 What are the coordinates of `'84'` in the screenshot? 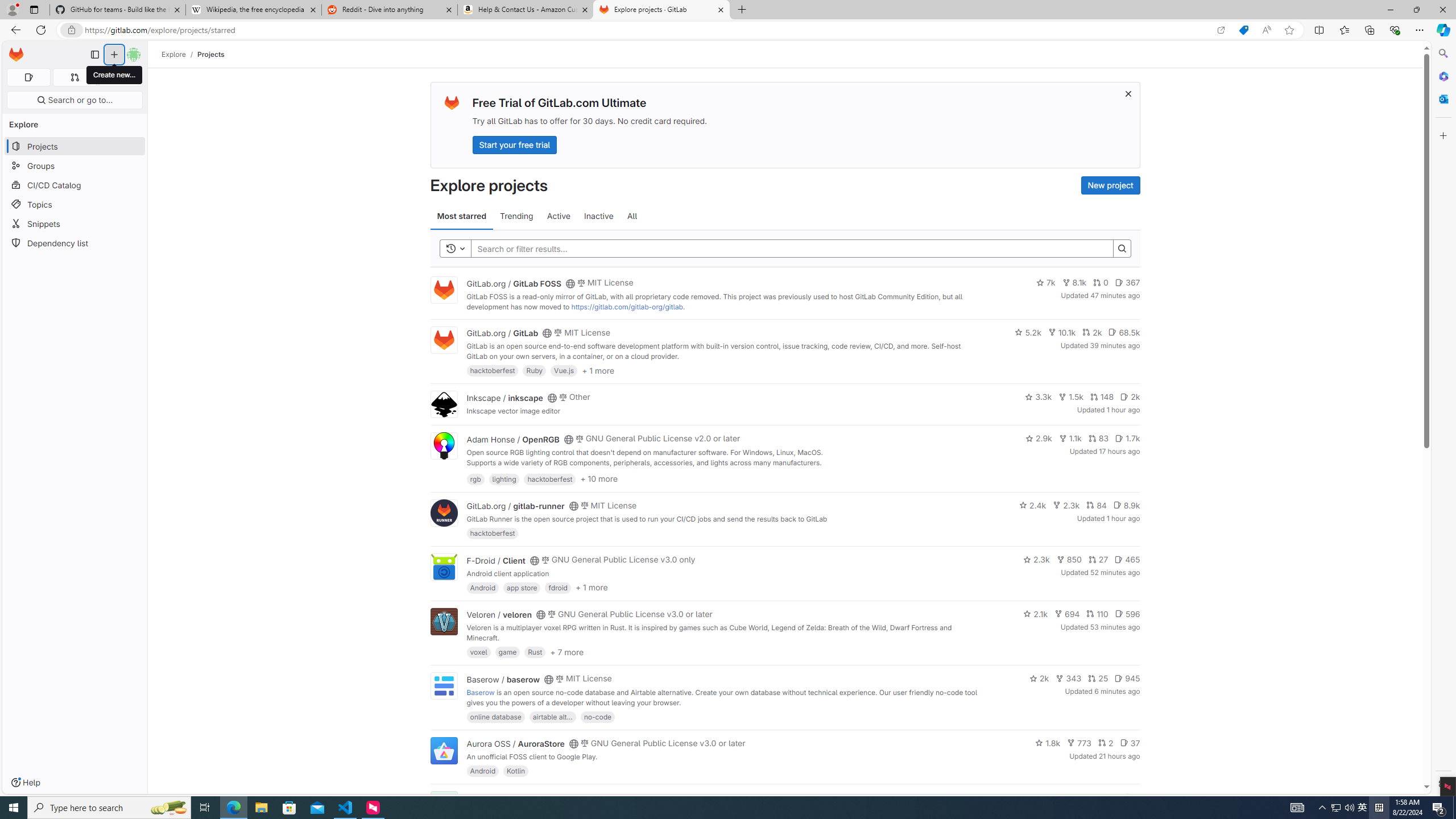 It's located at (1096, 504).